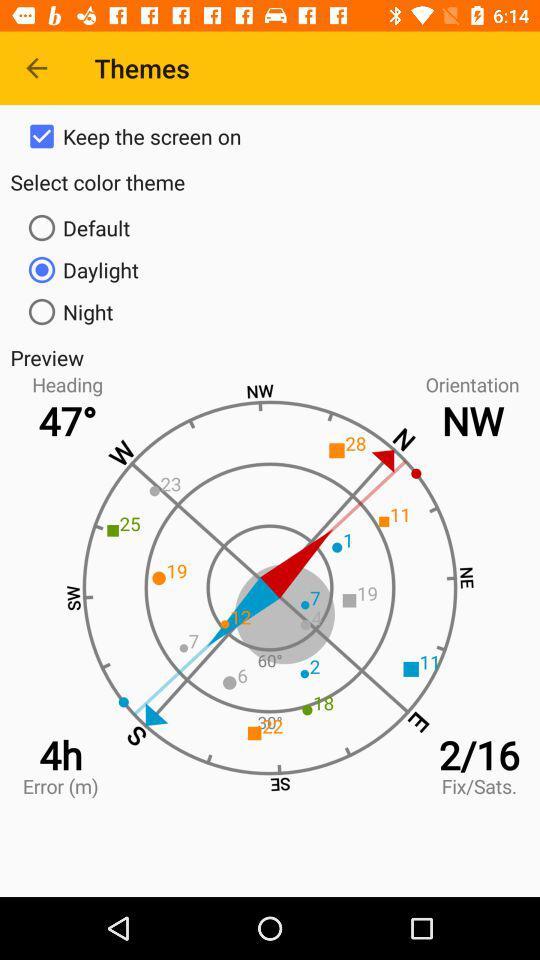 The image size is (540, 960). Describe the element at coordinates (270, 268) in the screenshot. I see `item above the night` at that location.